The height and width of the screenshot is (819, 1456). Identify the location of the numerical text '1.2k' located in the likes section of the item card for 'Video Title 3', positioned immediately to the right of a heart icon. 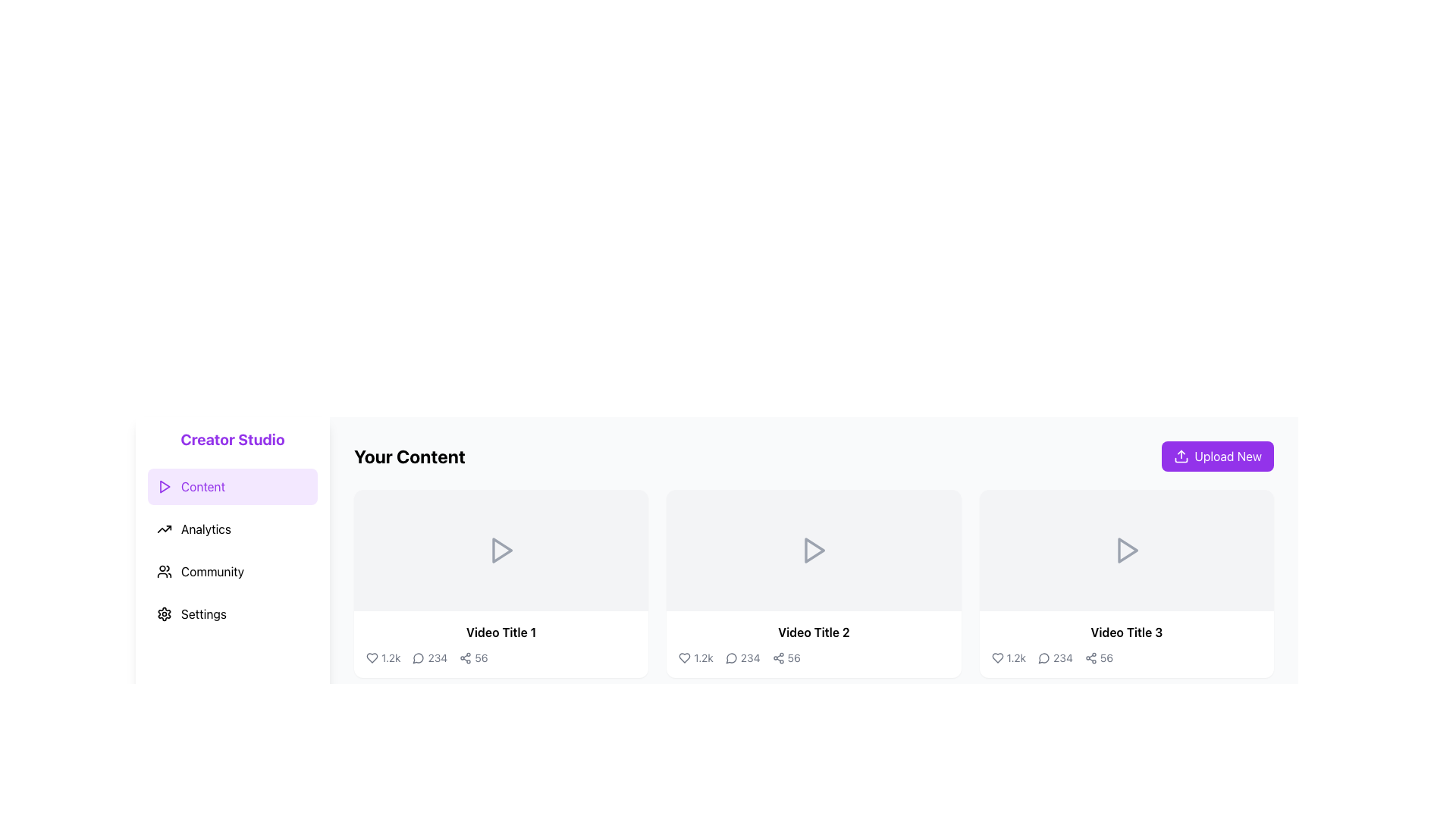
(1016, 657).